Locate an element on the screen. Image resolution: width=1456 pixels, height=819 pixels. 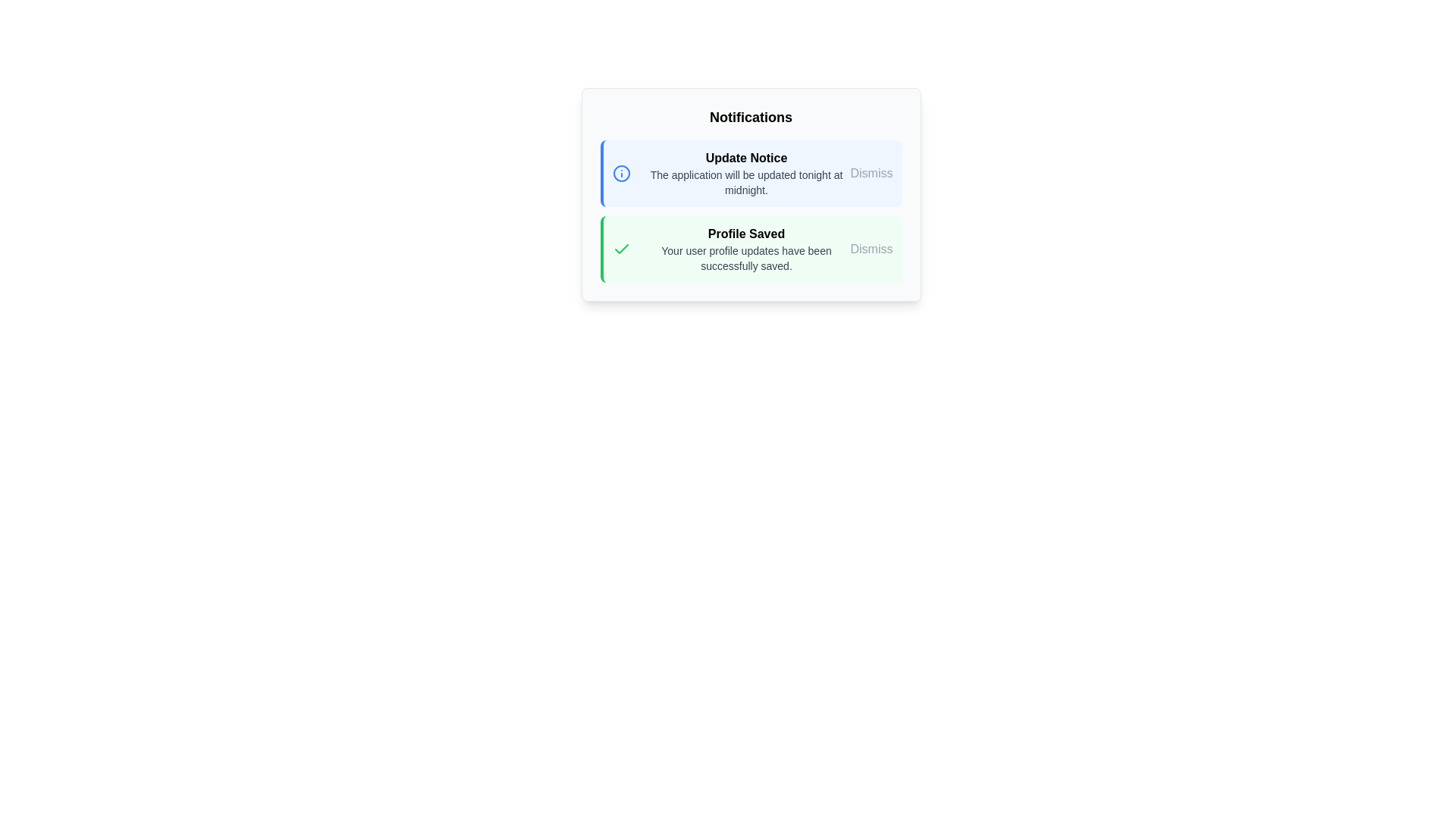
the 'Dismiss' button located at the top-right corner of the green-highlighted 'Profile Saved' notification is located at coordinates (871, 248).